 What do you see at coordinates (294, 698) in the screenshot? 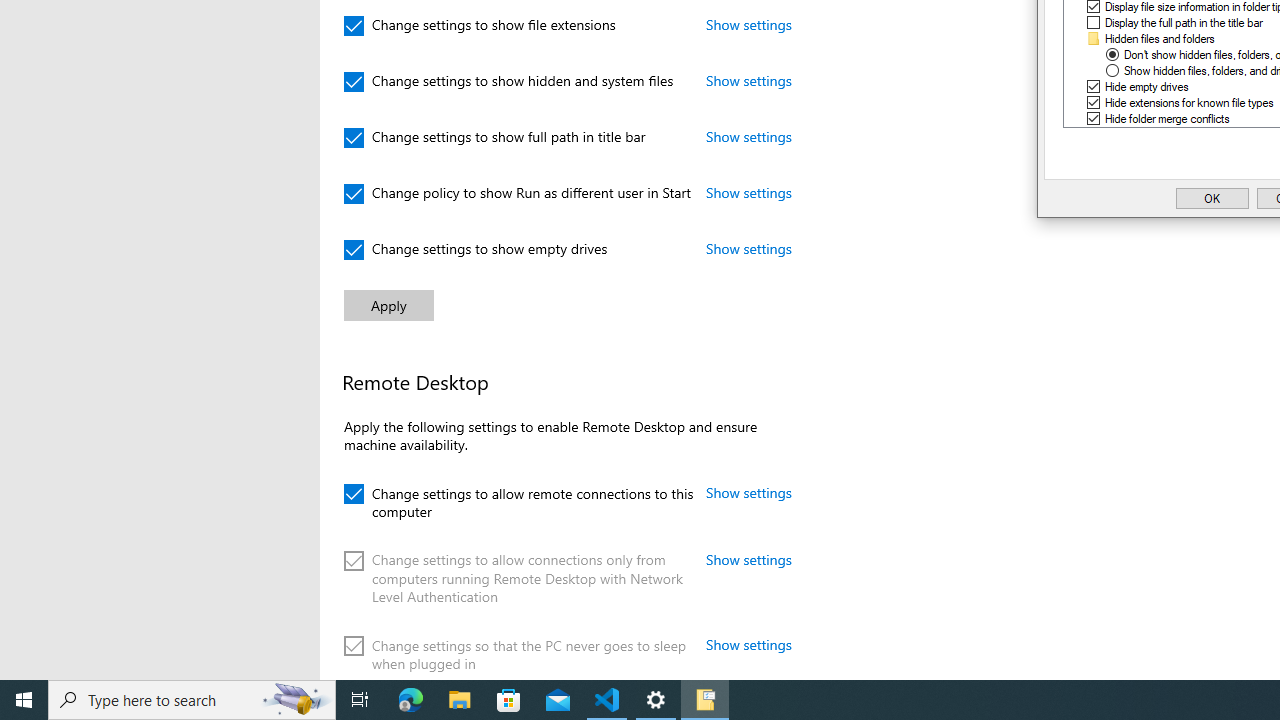
I see `'Search highlights icon opens search home window'` at bounding box center [294, 698].